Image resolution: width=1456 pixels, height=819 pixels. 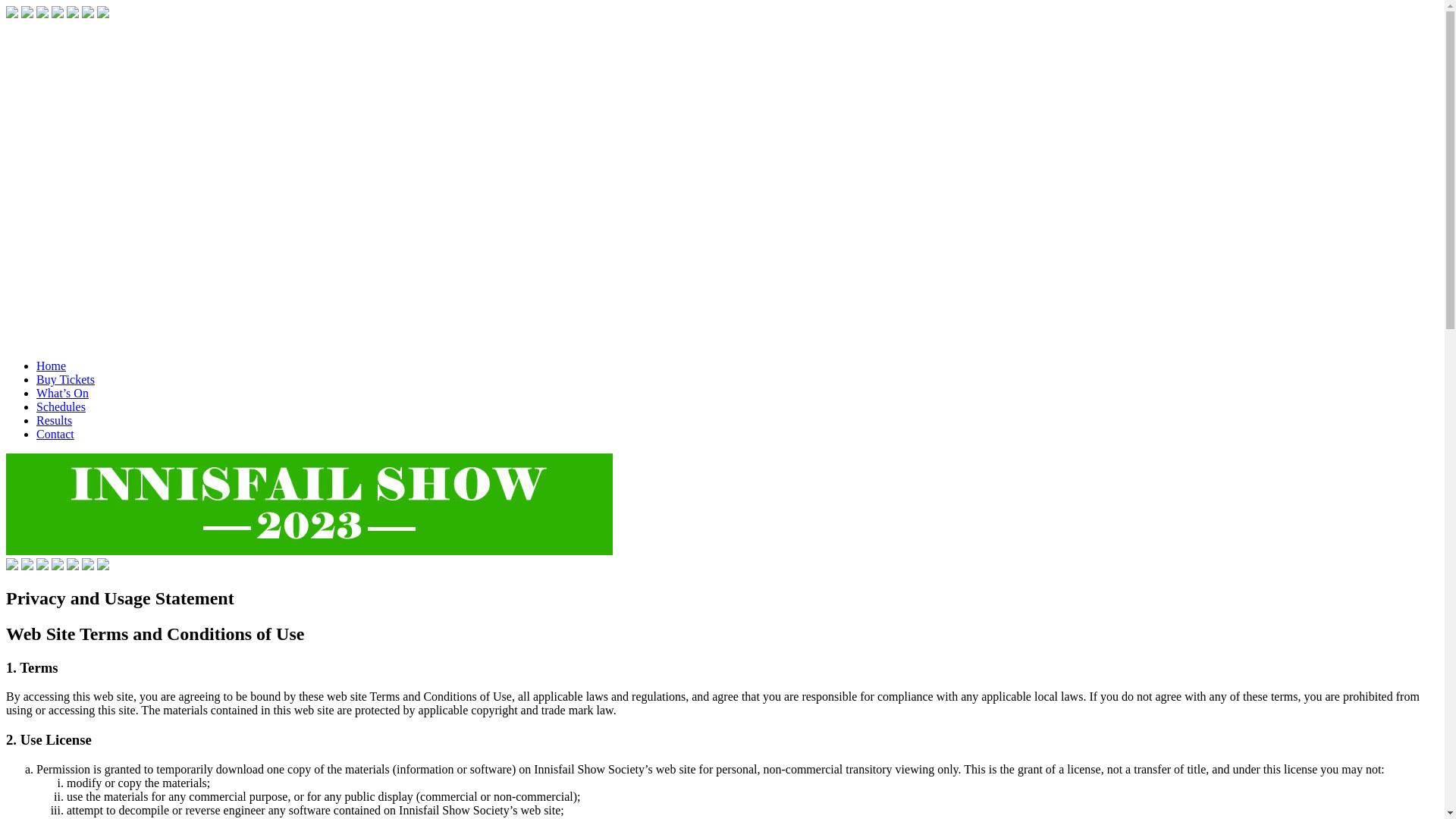 I want to click on 'Contact', so click(x=55, y=434).